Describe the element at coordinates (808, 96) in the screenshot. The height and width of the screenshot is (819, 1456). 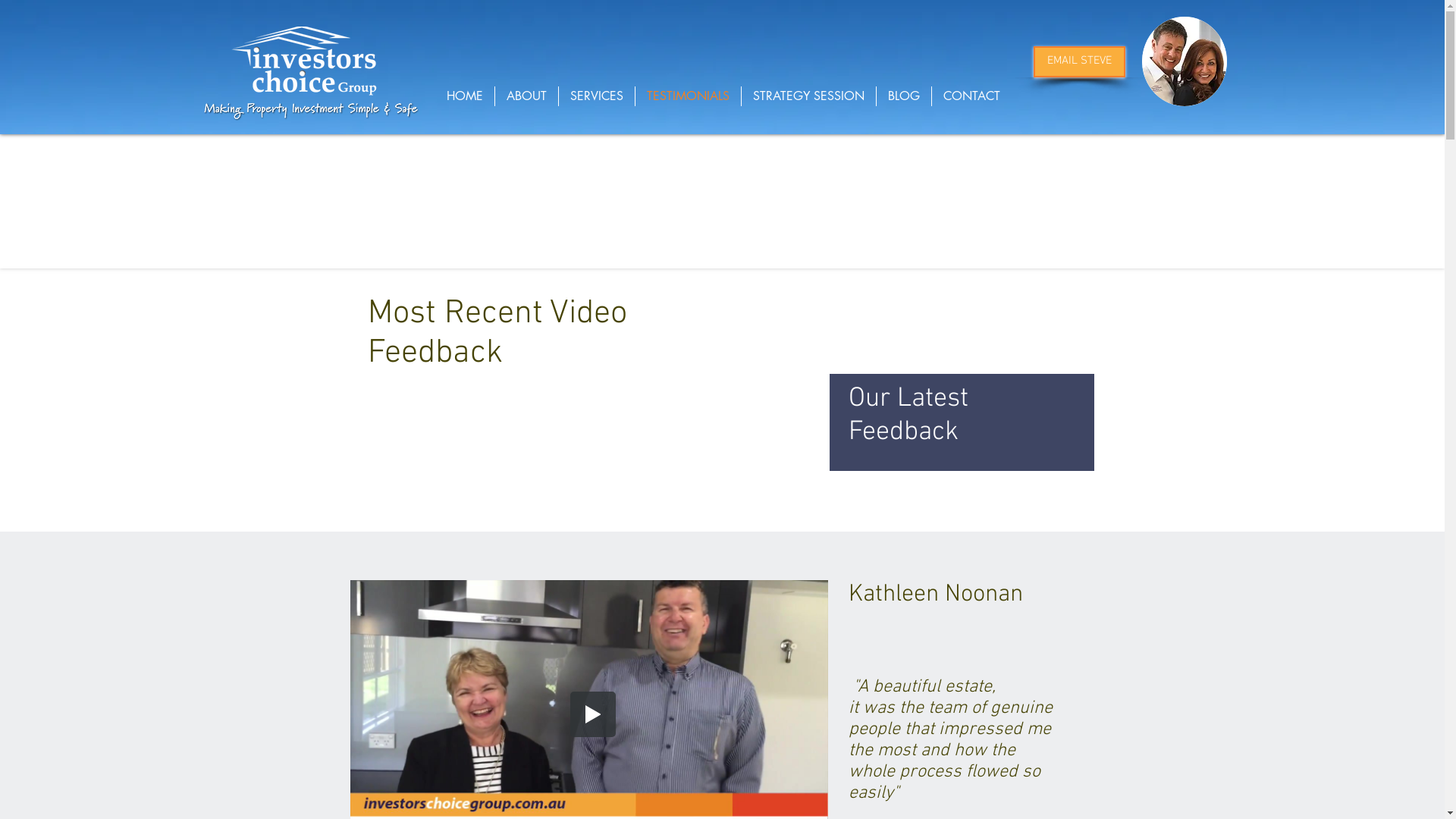
I see `'STRATEGY SESSION'` at that location.